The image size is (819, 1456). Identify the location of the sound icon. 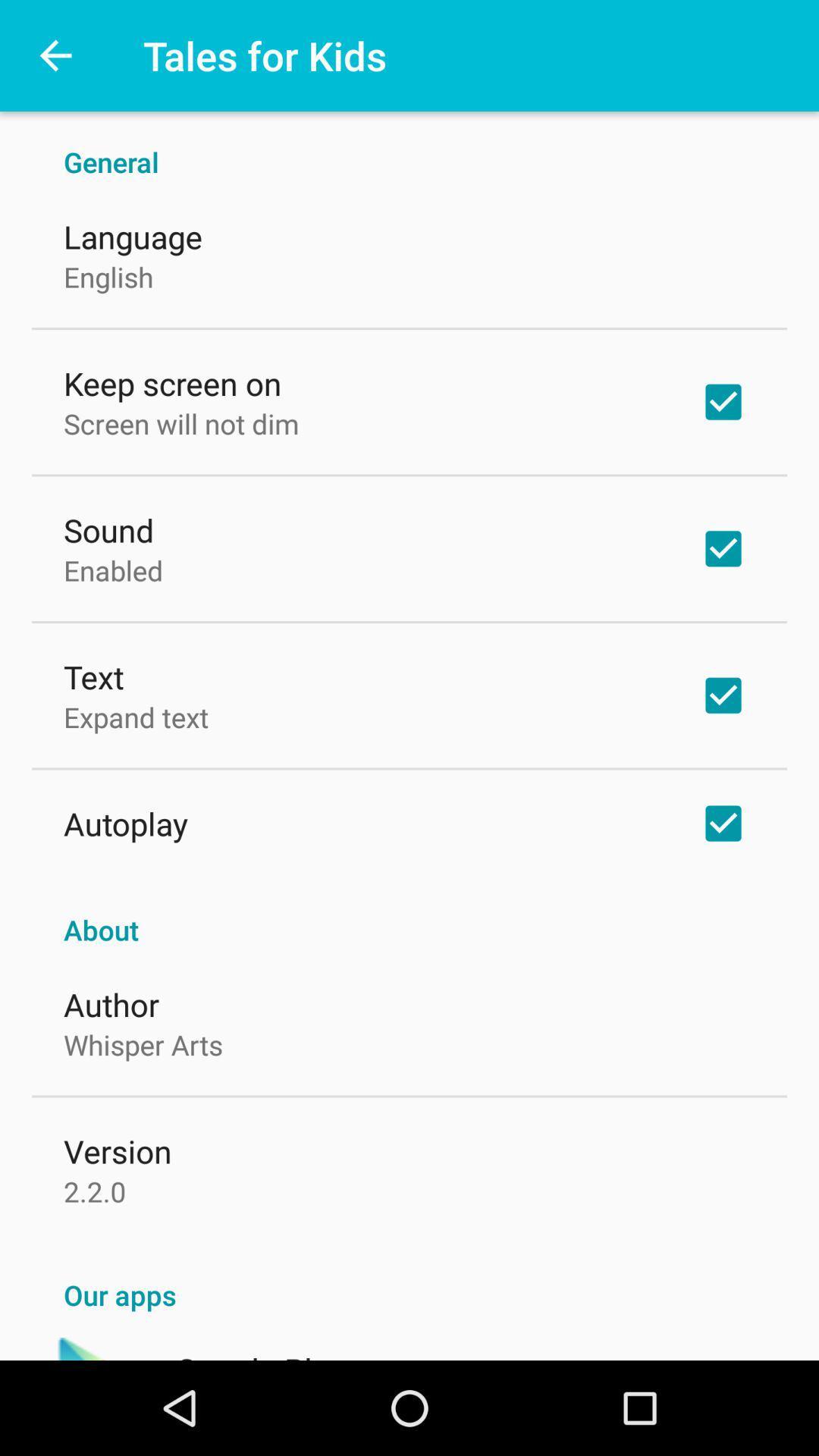
(108, 530).